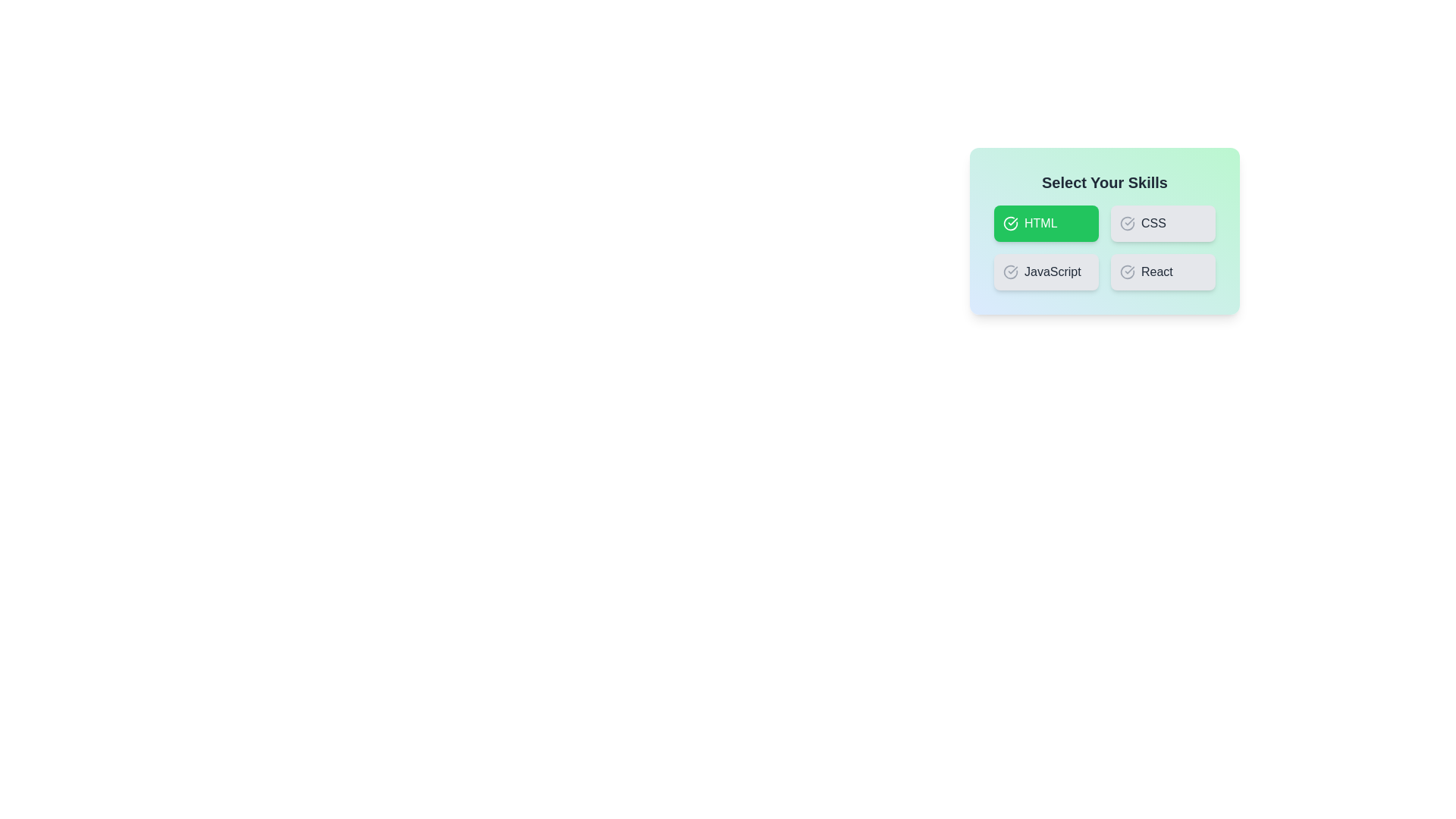 This screenshot has height=819, width=1456. What do you see at coordinates (1046, 223) in the screenshot?
I see `the skill HTML to observe visual feedback` at bounding box center [1046, 223].